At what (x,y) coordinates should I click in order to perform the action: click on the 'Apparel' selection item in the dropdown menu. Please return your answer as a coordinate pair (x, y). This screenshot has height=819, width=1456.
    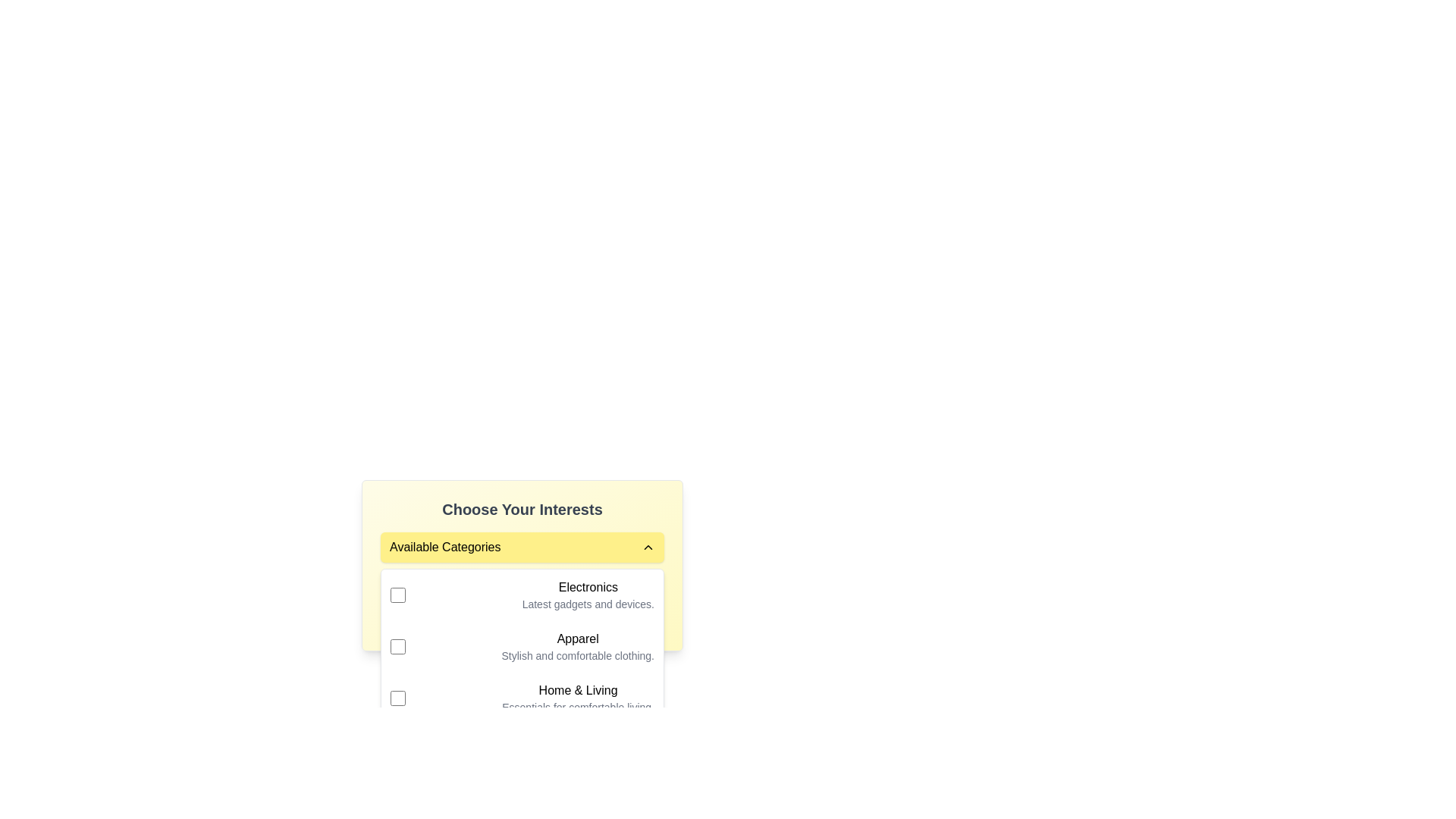
    Looking at the image, I should click on (522, 646).